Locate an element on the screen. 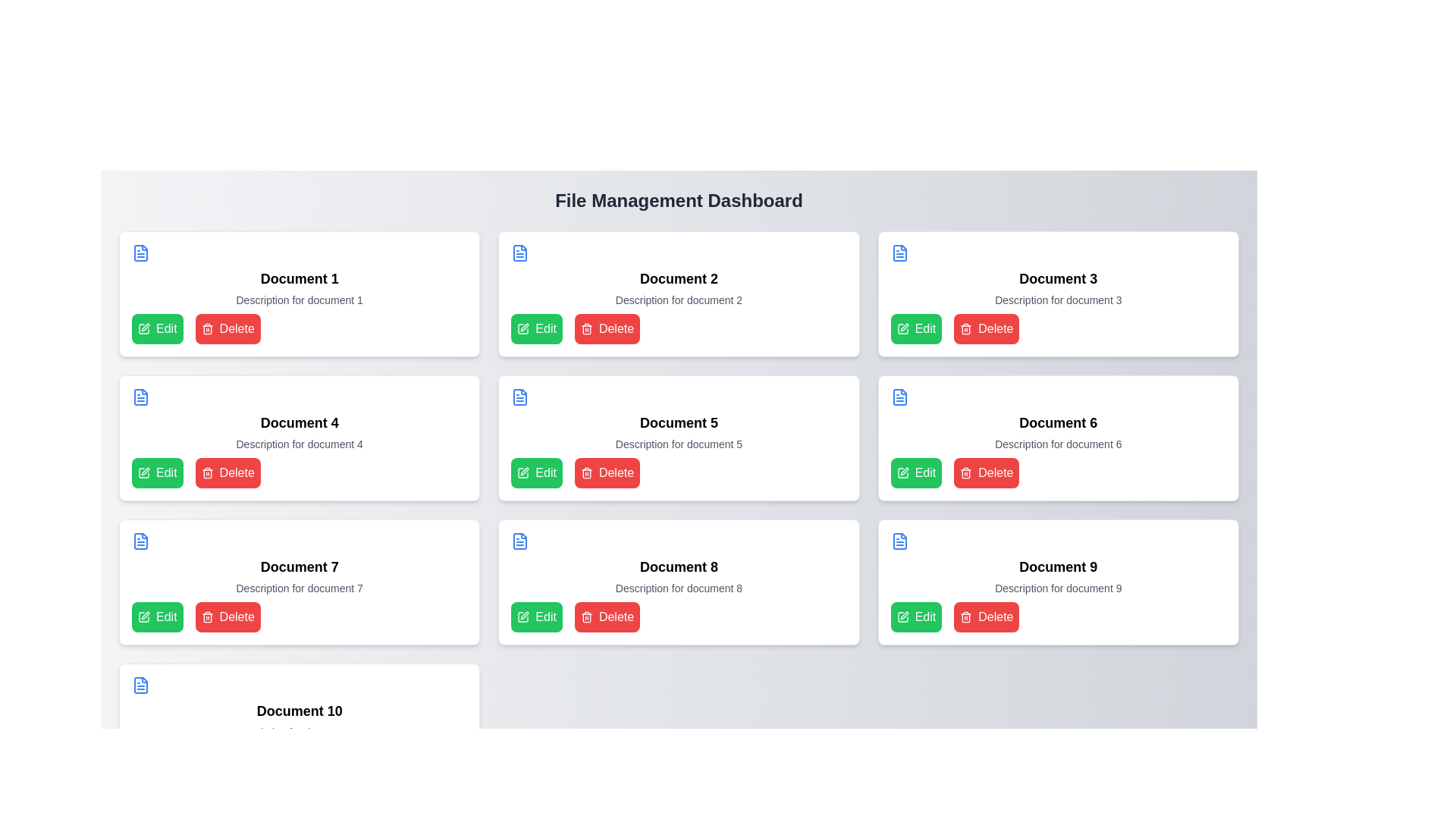 The image size is (1456, 819). the Text label representing the title 'Document 4' within the card component located in the first column, second row of the grid layout is located at coordinates (300, 423).